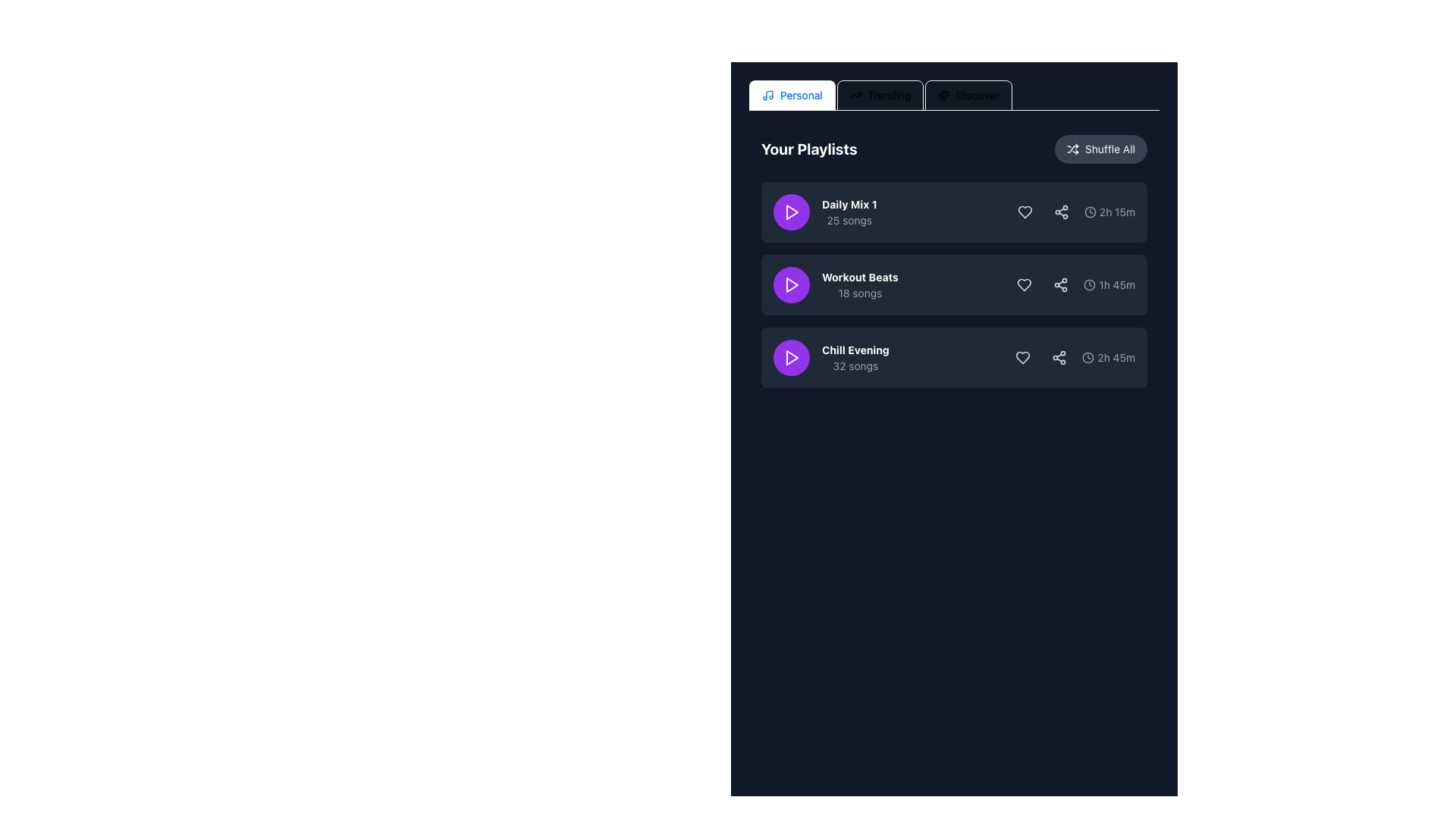  What do you see at coordinates (849, 220) in the screenshot?
I see `the static text label displaying '25 songs' located immediately below the bold white text 'Daily Mix 1' in the first playlist card` at bounding box center [849, 220].